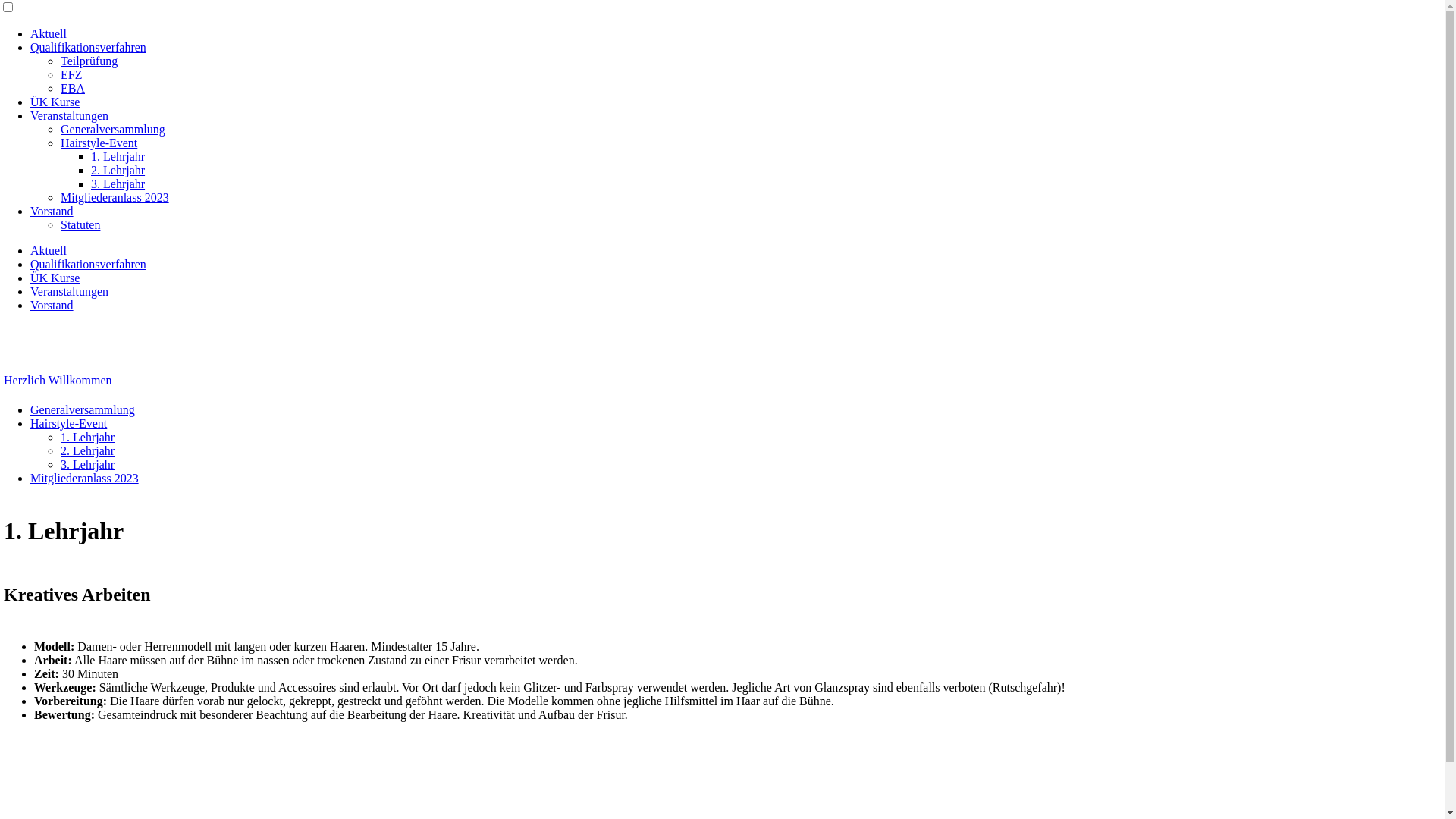 This screenshot has height=819, width=1456. I want to click on '3. Lehrjahr', so click(86, 463).